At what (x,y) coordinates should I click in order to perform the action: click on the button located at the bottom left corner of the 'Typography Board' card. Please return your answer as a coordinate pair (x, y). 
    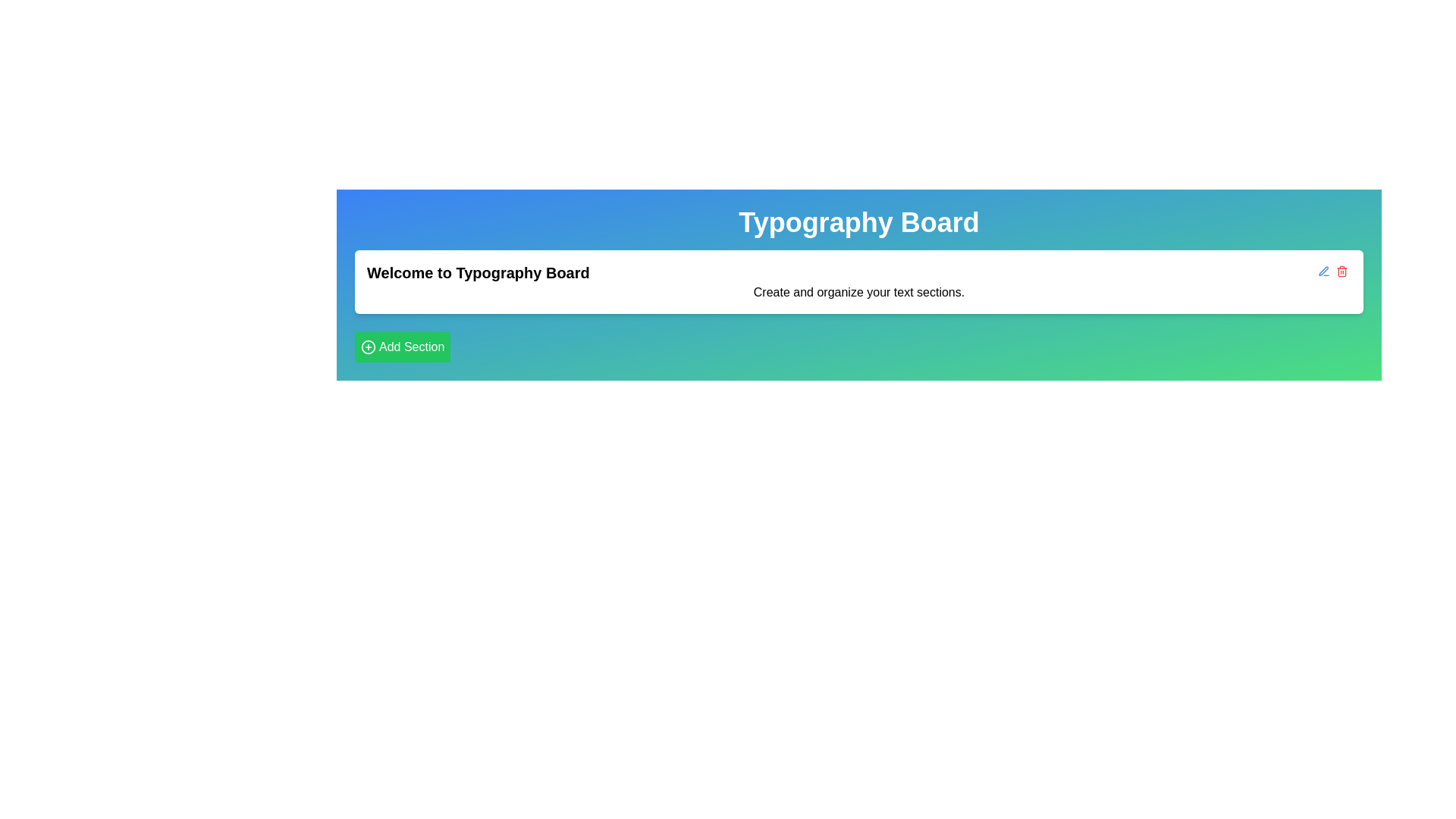
    Looking at the image, I should click on (403, 347).